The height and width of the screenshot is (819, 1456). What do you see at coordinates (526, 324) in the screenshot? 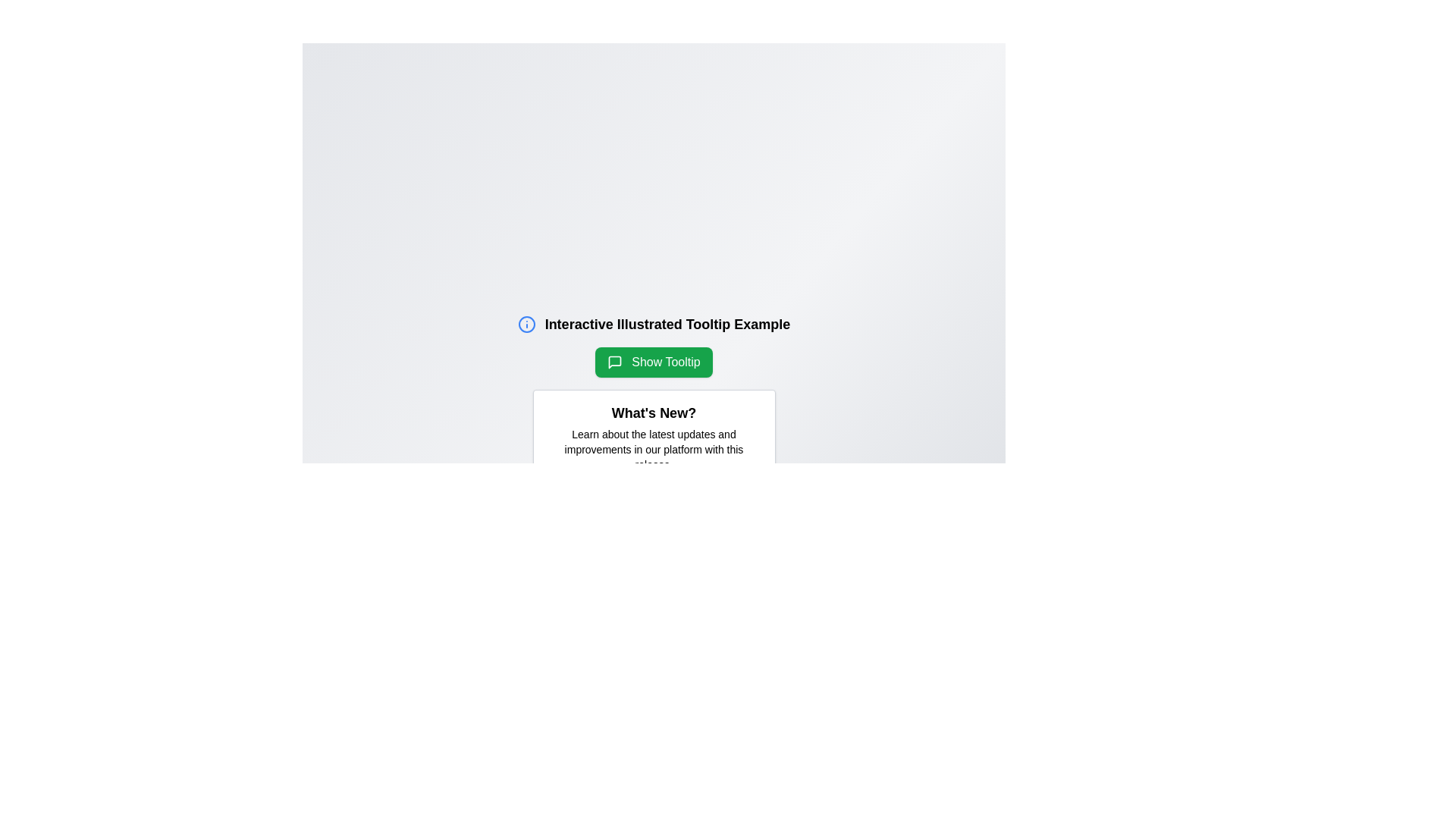
I see `the circular blue-bordered icon with a white interior that represents an information symbol, located to the left of the text 'Interactive Illustrated Tooltip Example'` at bounding box center [526, 324].